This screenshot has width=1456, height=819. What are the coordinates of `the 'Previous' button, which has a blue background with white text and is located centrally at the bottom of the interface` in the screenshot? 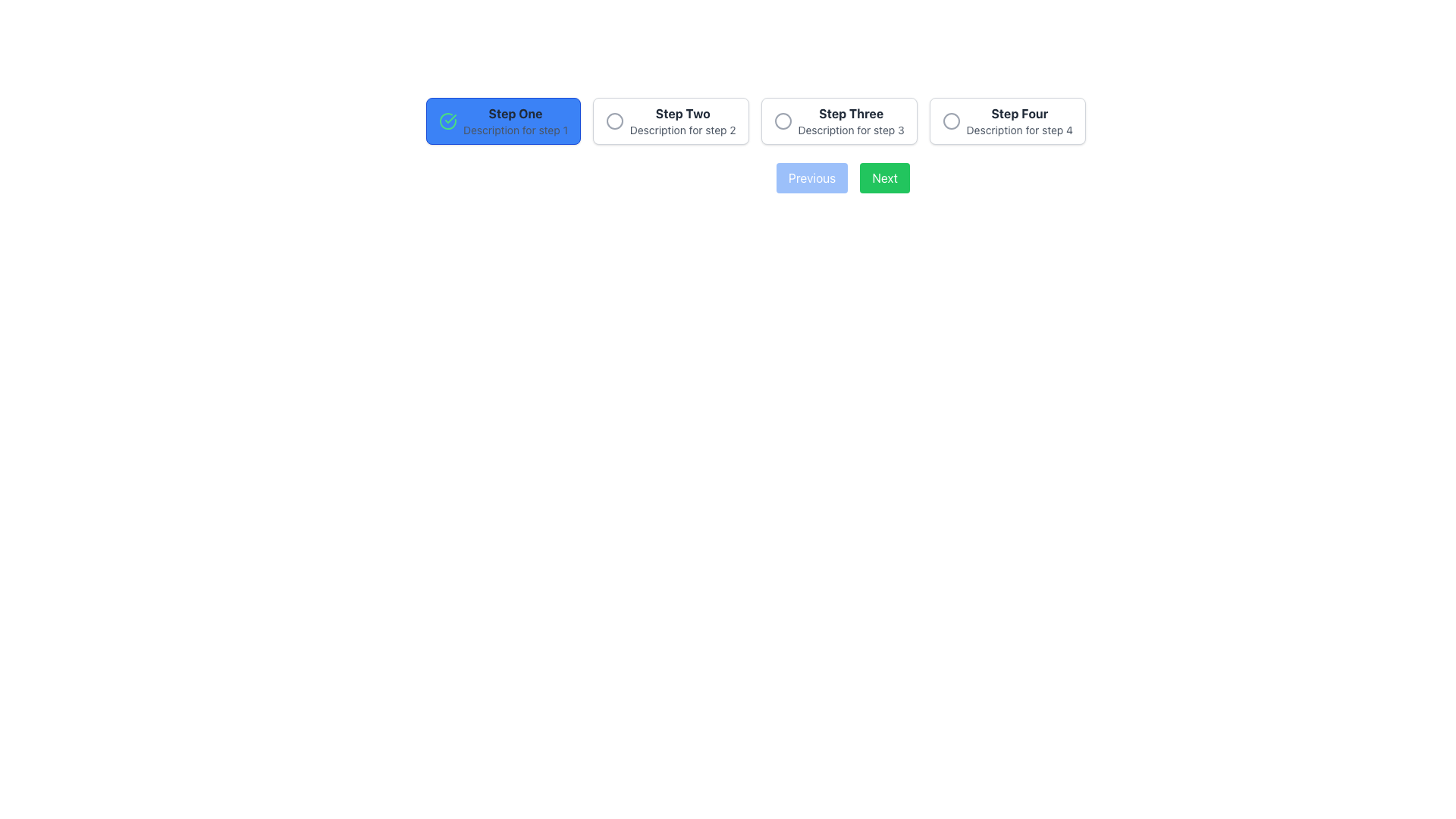 It's located at (811, 177).